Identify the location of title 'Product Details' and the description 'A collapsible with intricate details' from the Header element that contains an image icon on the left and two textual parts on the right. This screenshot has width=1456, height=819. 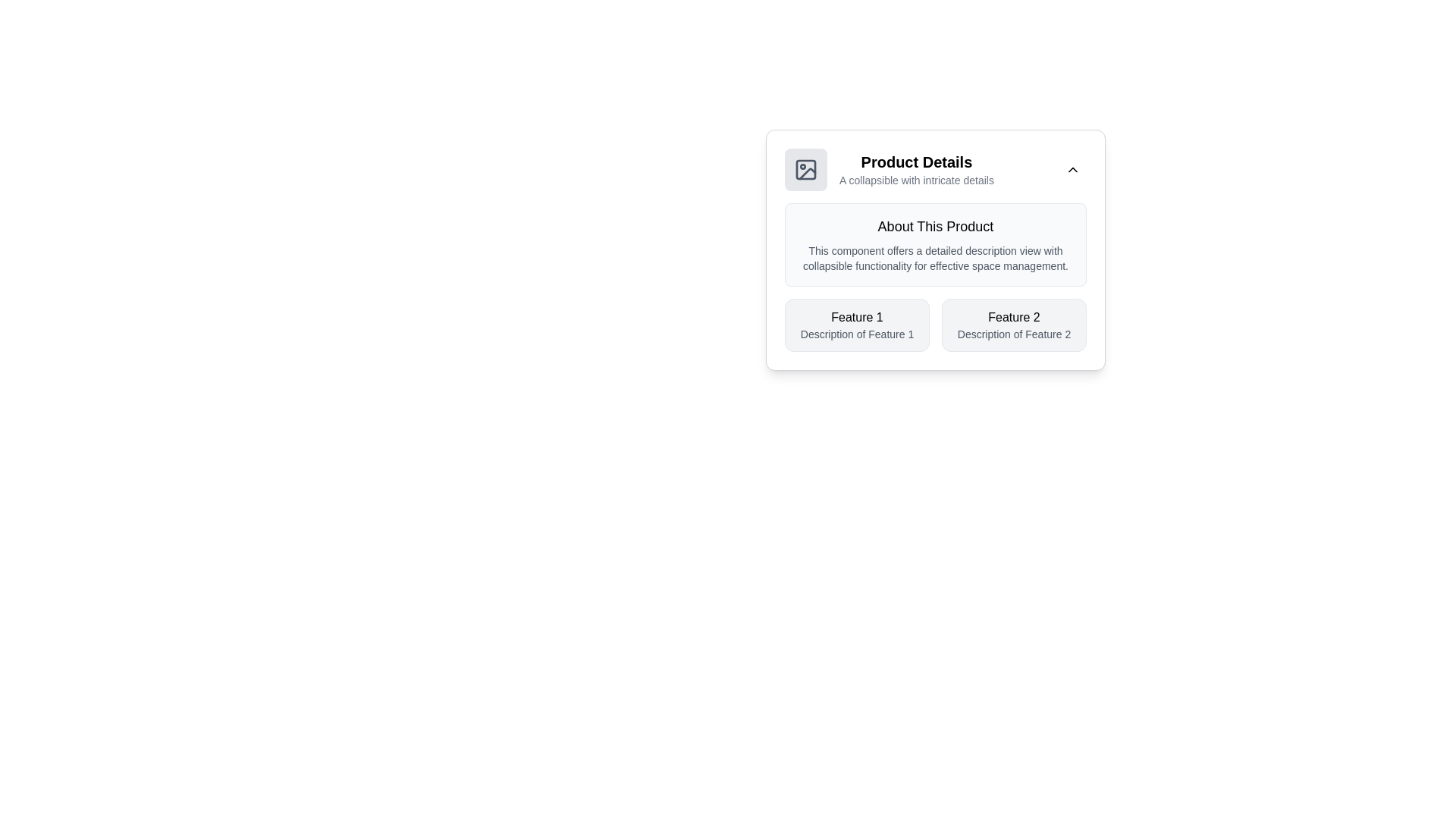
(889, 169).